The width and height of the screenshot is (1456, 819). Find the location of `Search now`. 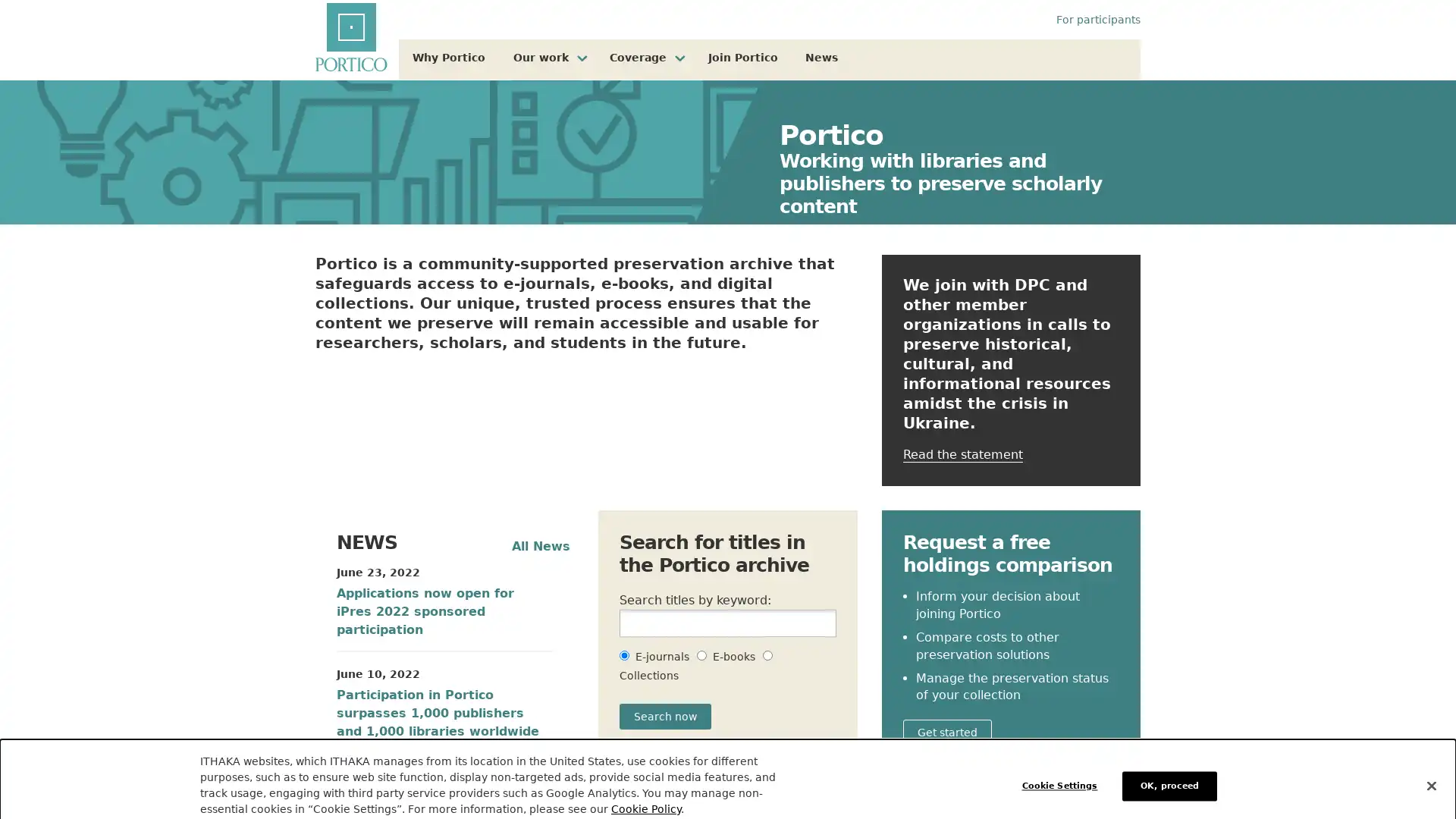

Search now is located at coordinates (665, 717).